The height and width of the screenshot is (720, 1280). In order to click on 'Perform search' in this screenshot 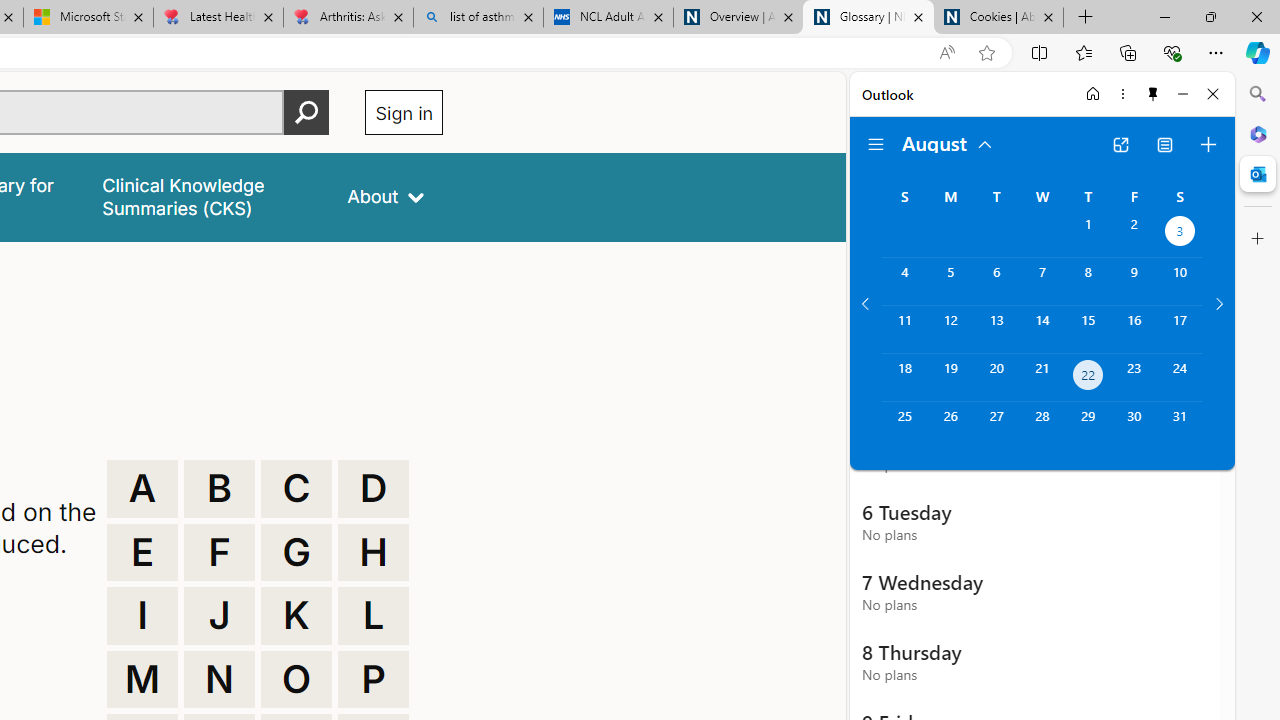, I will do `click(306, 112)`.